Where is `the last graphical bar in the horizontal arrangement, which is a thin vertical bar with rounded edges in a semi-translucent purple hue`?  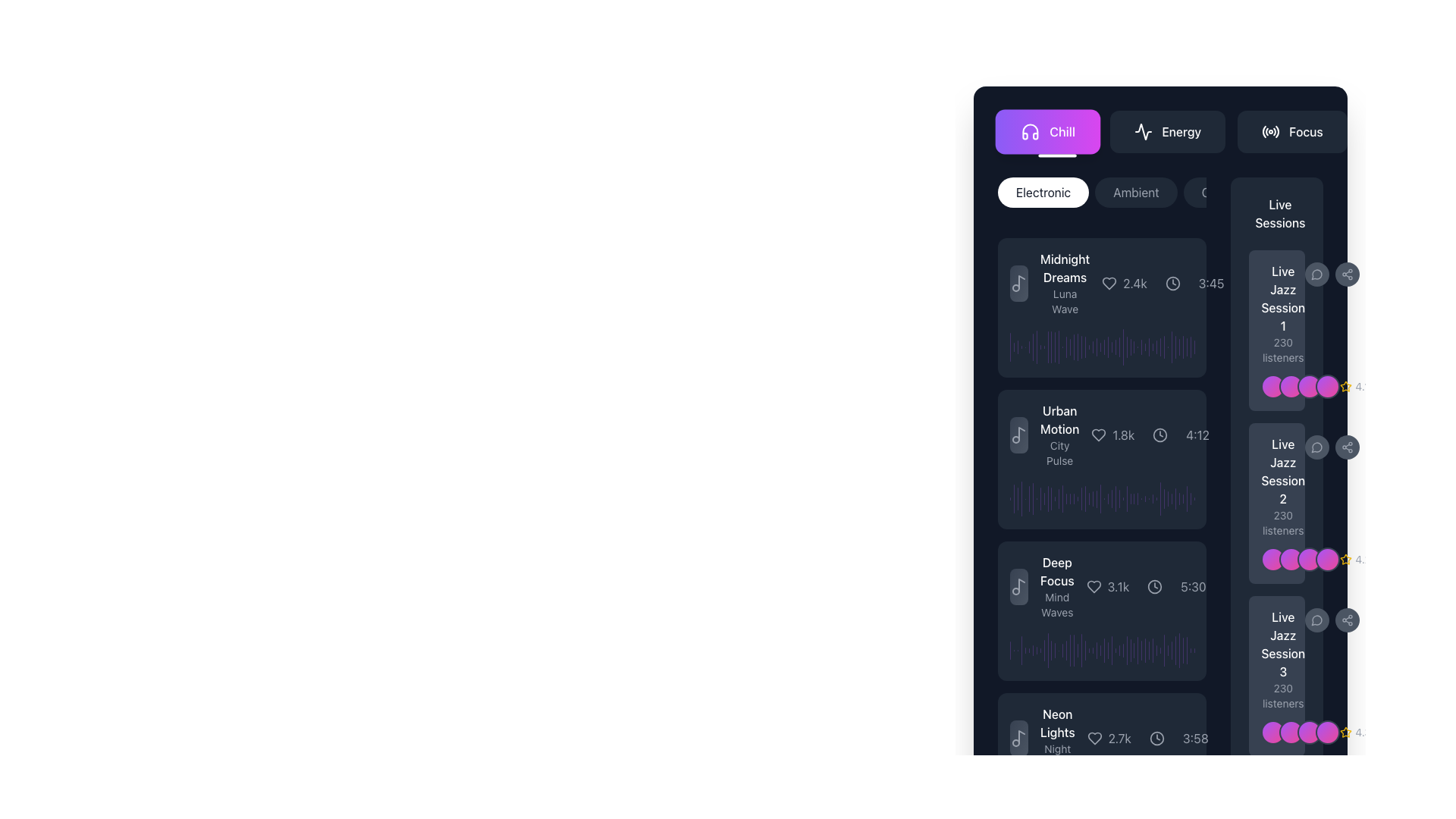
the last graphical bar in the horizontal arrangement, which is a thin vertical bar with rounded edges in a semi-translucent purple hue is located at coordinates (1182, 649).